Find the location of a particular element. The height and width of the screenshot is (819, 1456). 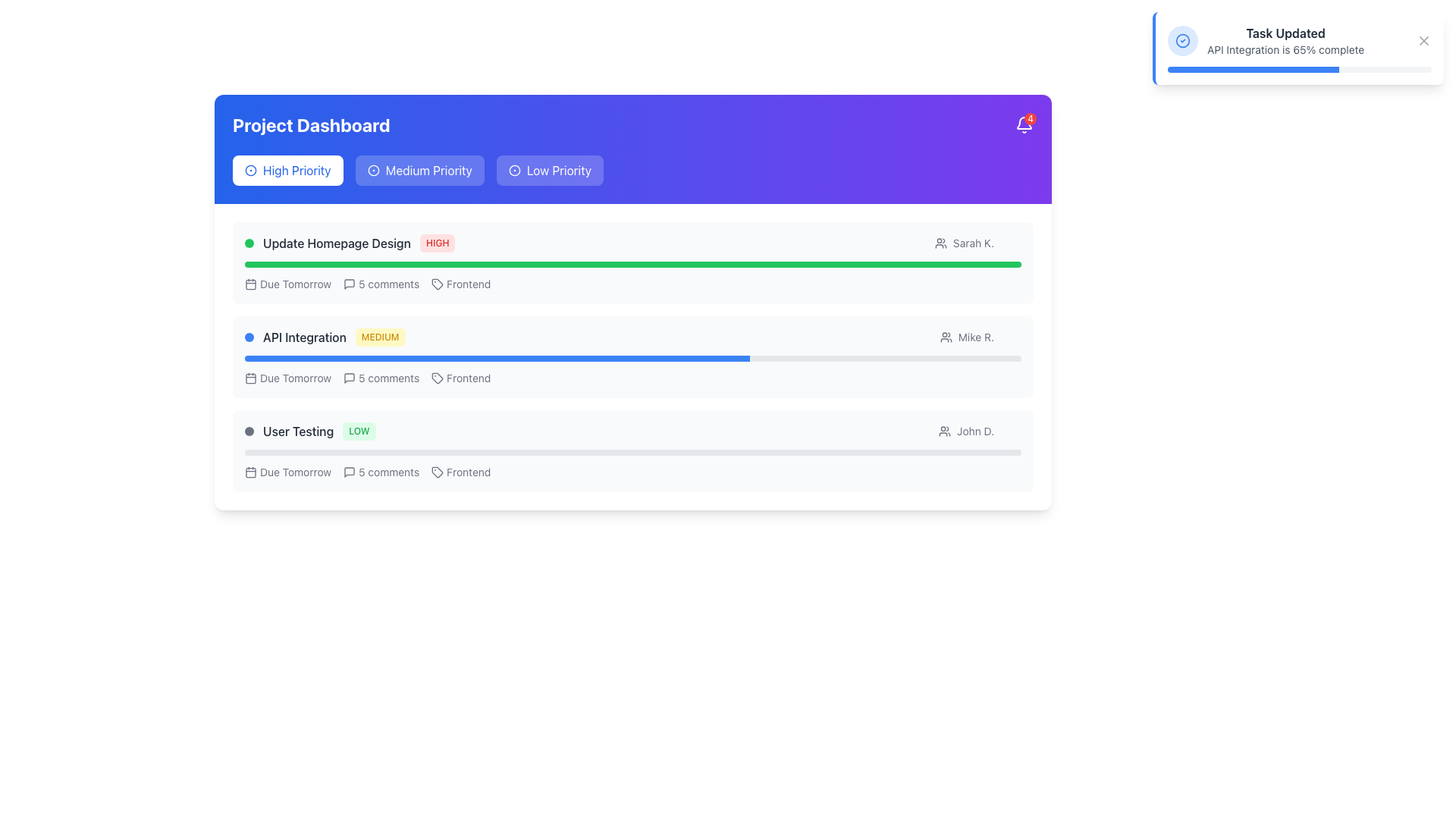

the icon that visually indicates the 'Due Tomorrow' label, located to the left of the text in the update row titled 'Update Homepage Design' is located at coordinates (251, 284).